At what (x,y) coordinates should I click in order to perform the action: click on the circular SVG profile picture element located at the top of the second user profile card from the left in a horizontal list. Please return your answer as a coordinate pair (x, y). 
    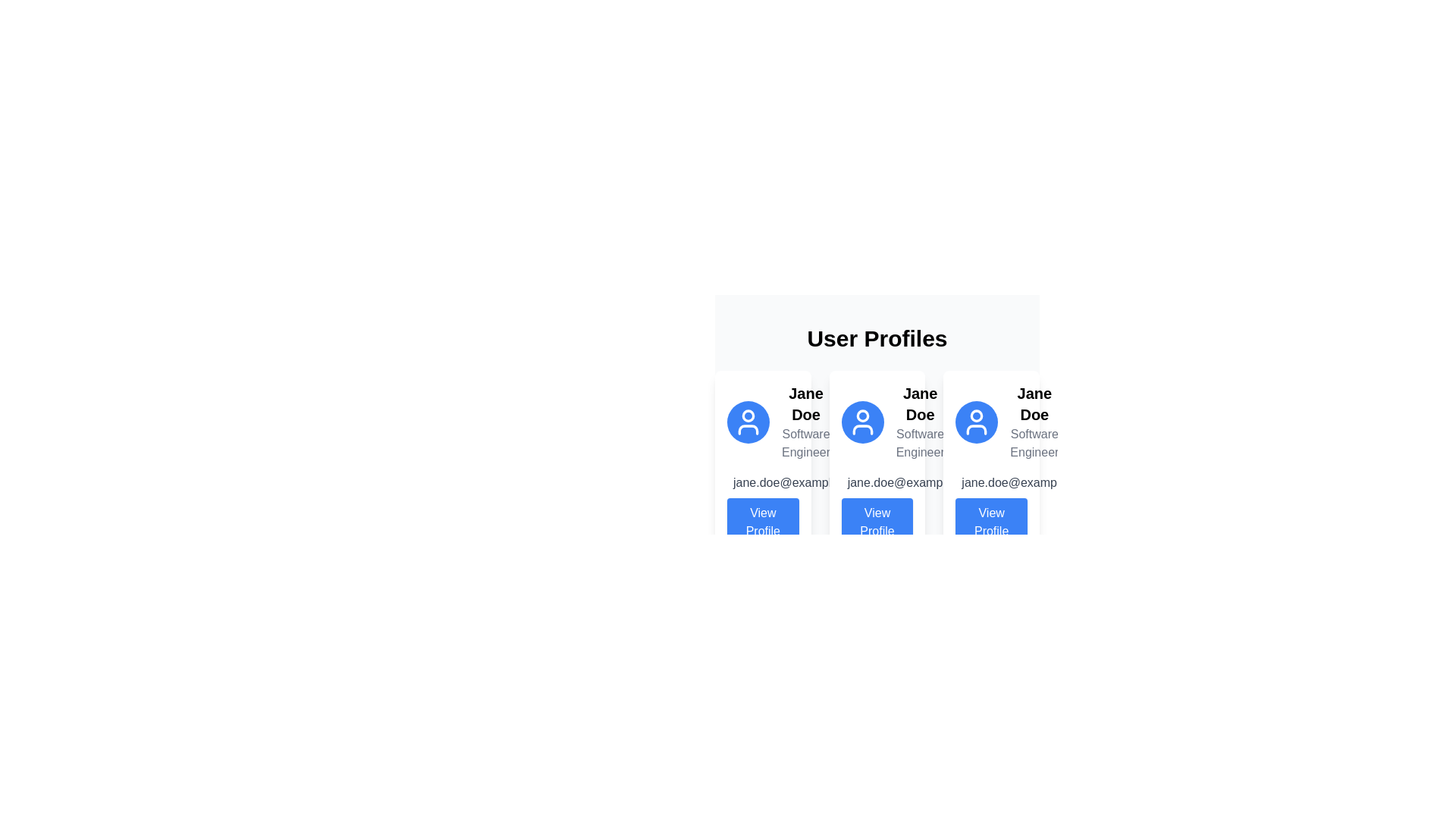
    Looking at the image, I should click on (862, 416).